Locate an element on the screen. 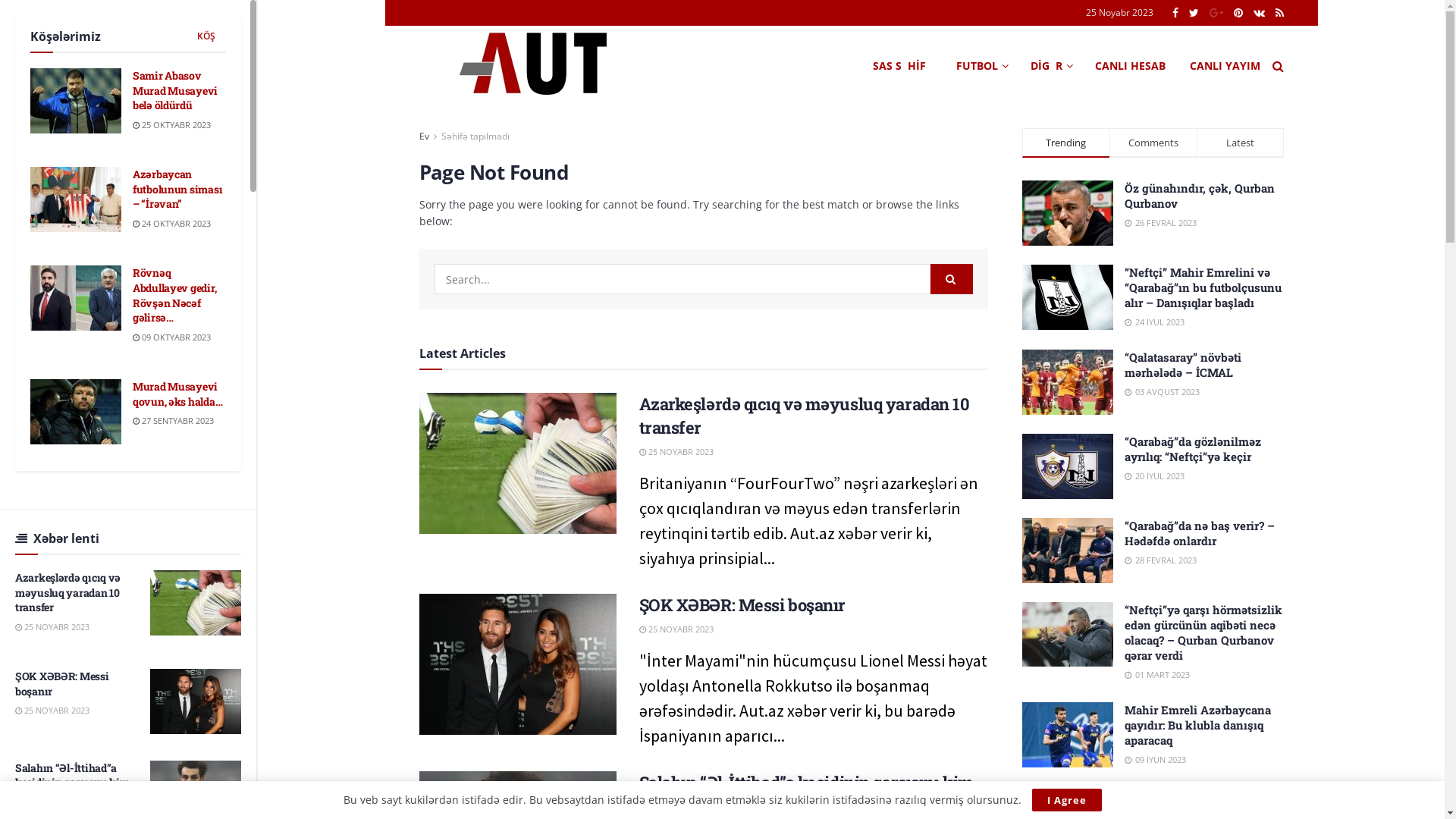  '25 NOYABR 2023' is located at coordinates (52, 710).